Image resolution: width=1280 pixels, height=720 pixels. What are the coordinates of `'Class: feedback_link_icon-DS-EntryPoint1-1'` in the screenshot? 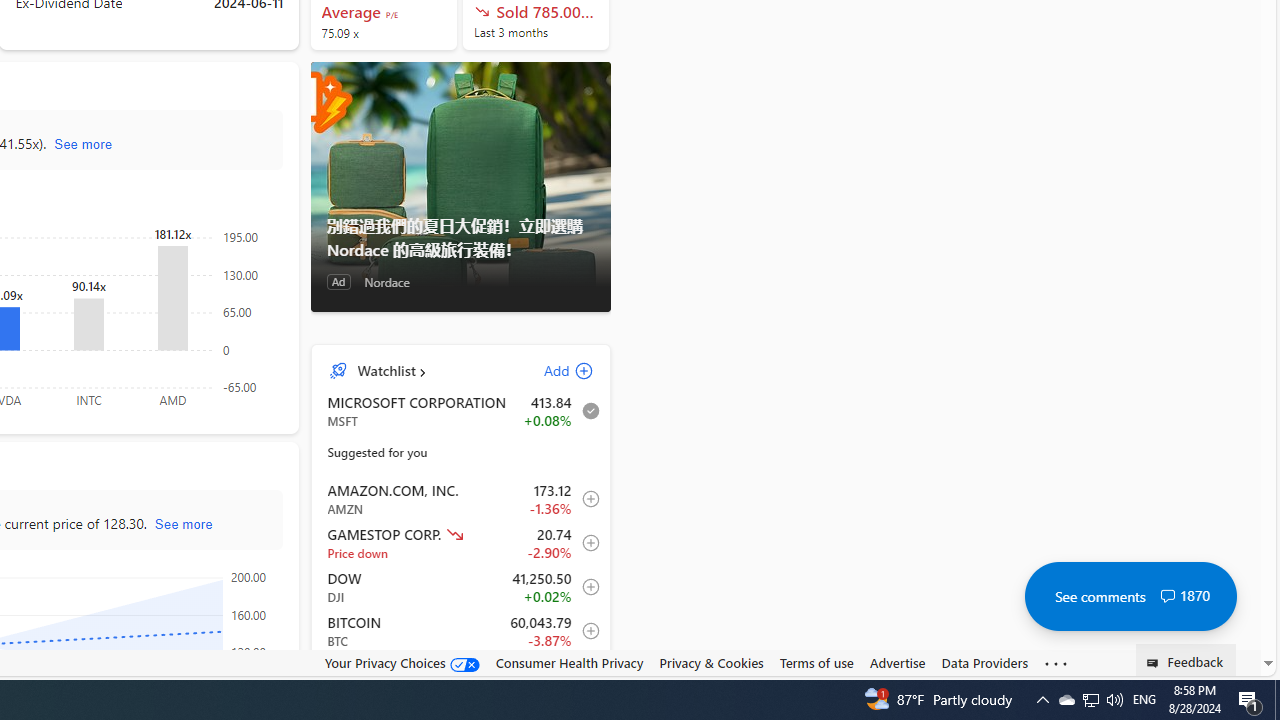 It's located at (1156, 663).